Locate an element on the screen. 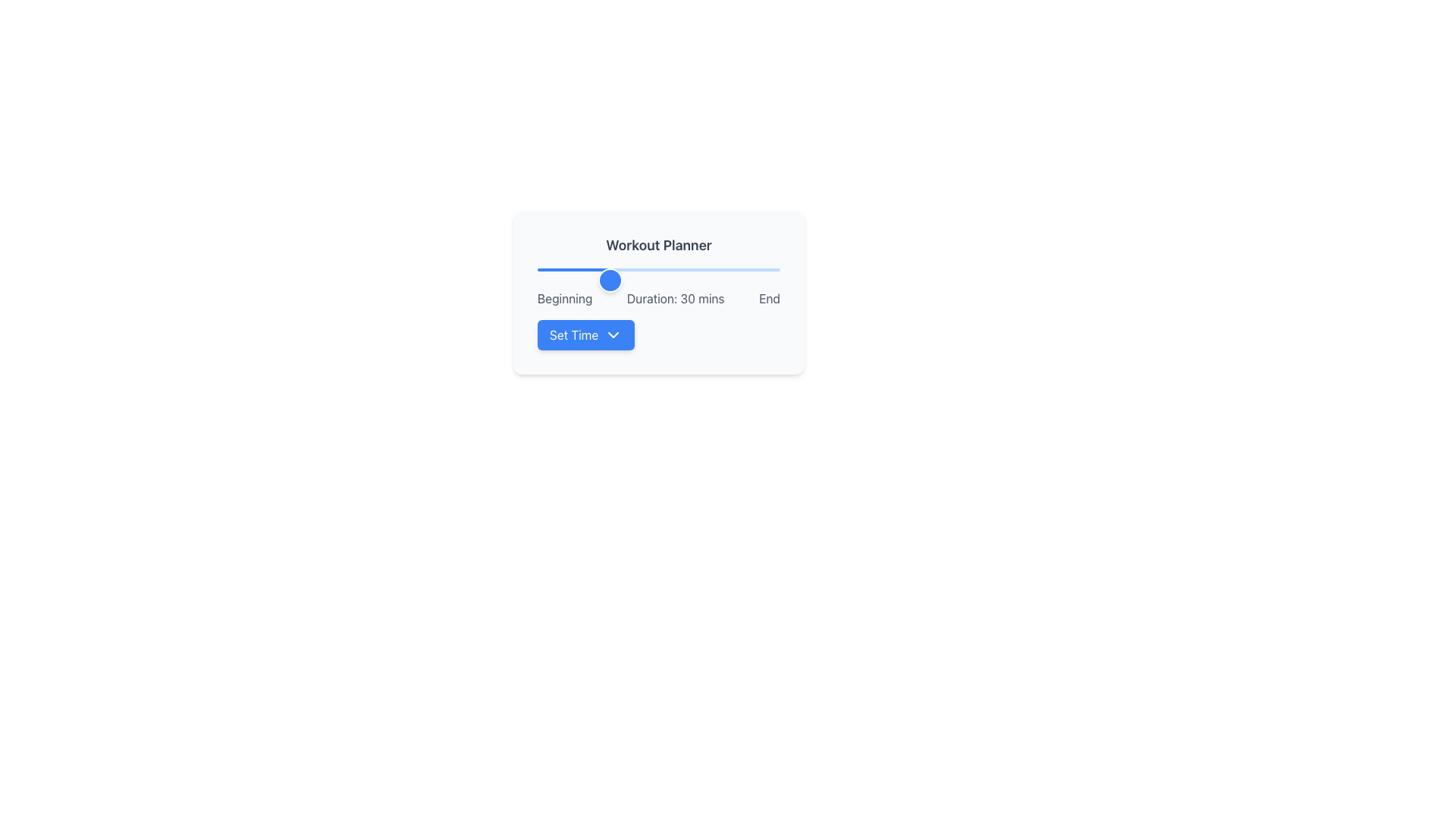 This screenshot has height=819, width=1456. the slider is located at coordinates (714, 268).